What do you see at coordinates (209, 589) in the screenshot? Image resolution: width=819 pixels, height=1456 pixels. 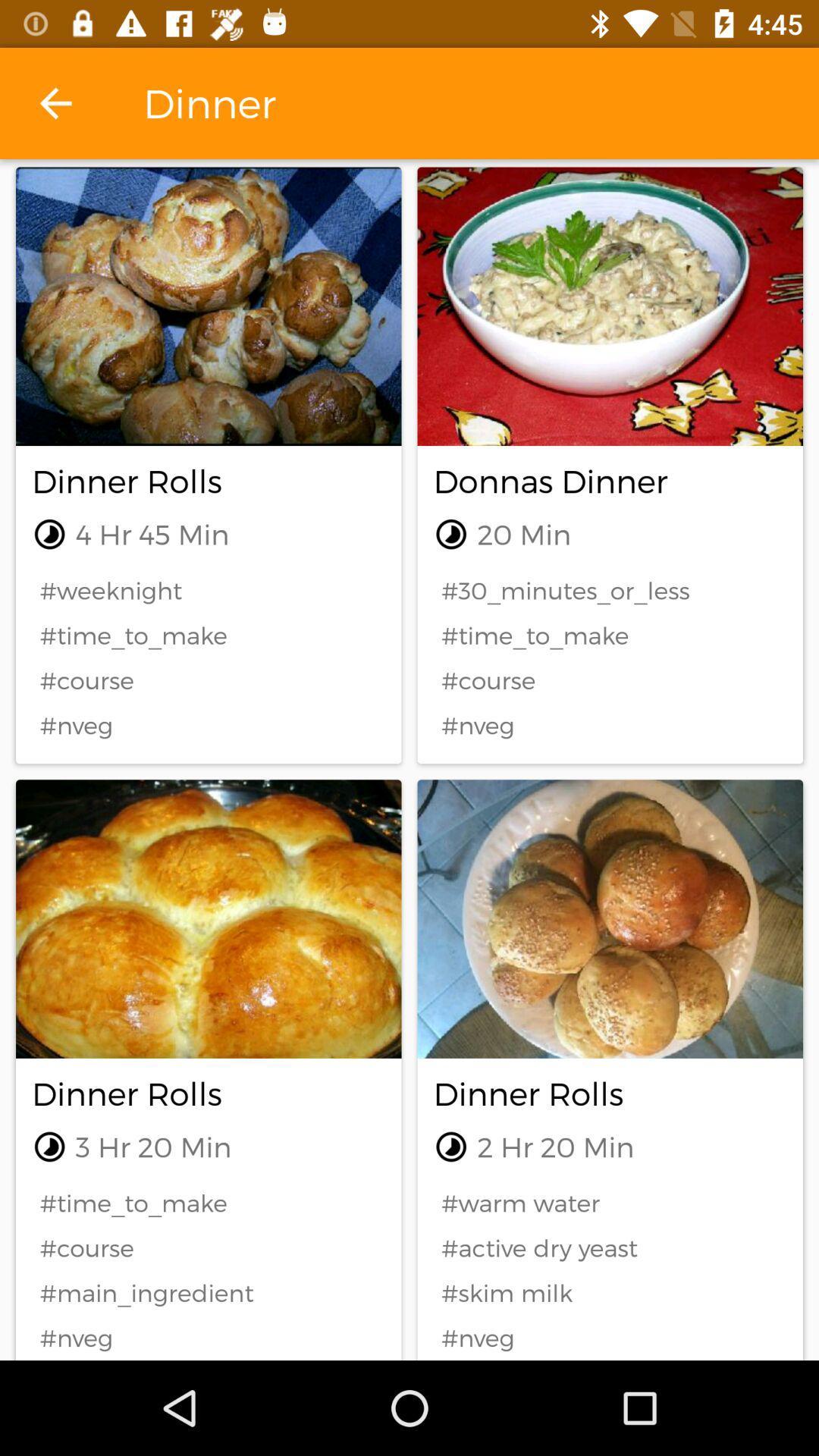 I see `item above #time_to_make item` at bounding box center [209, 589].